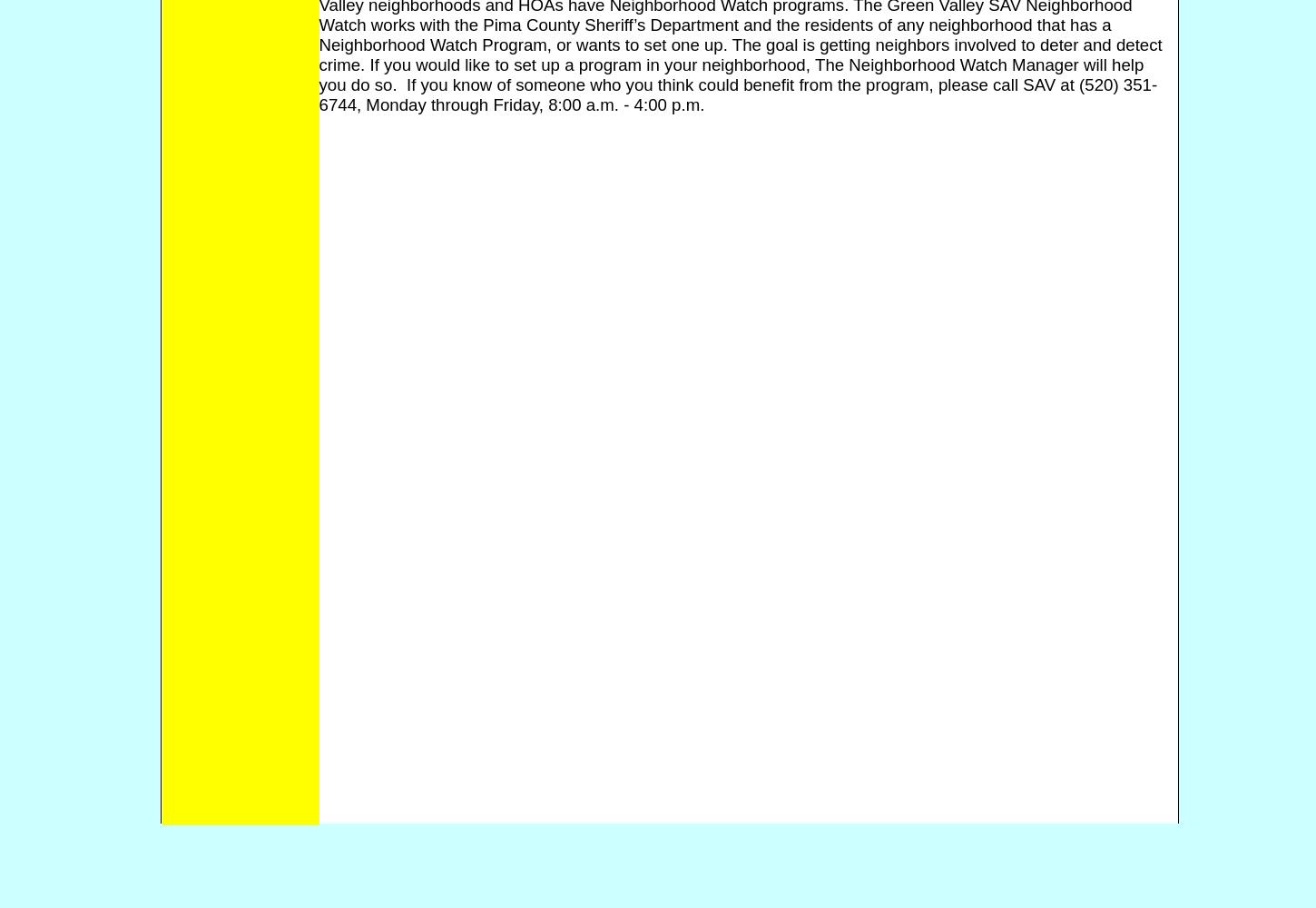 The width and height of the screenshot is (1316, 908). What do you see at coordinates (731, 73) in the screenshot?
I see `'will help you do so.'` at bounding box center [731, 73].